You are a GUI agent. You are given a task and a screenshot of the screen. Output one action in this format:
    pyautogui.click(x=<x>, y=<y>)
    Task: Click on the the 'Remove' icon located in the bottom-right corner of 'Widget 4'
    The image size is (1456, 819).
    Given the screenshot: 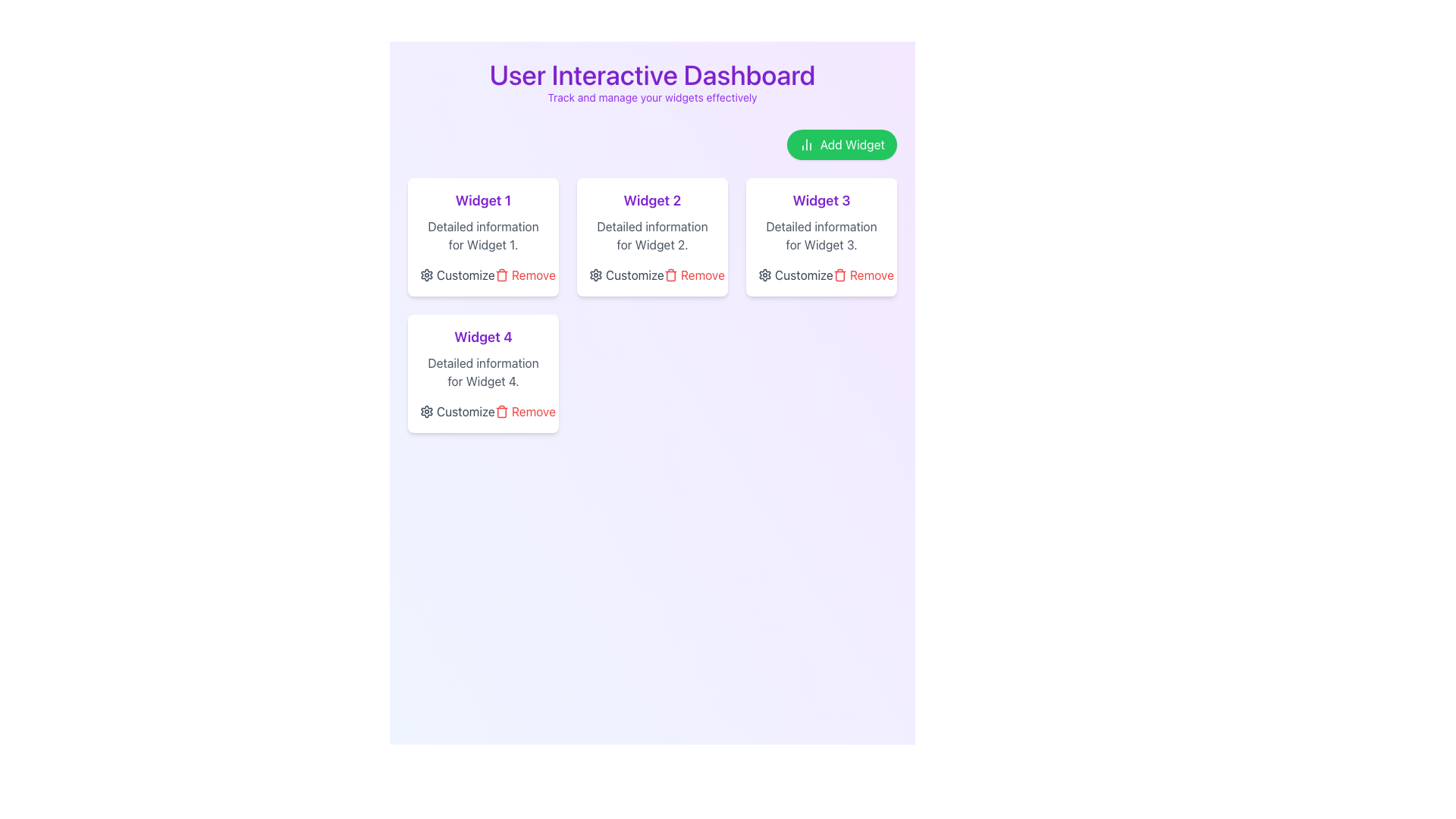 What is the action you would take?
    pyautogui.click(x=501, y=412)
    